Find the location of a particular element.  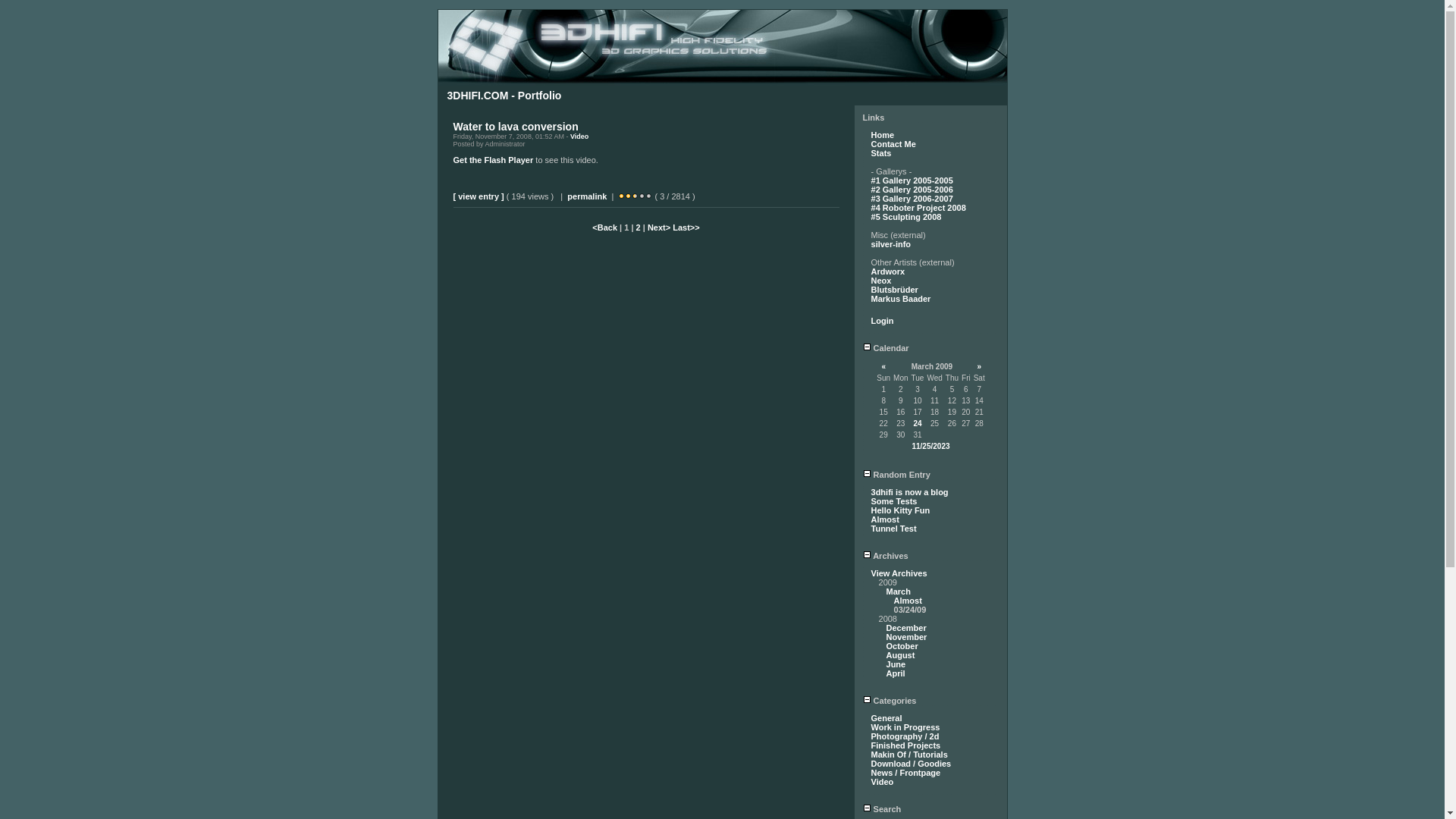

'View Archives' is located at coordinates (899, 573).